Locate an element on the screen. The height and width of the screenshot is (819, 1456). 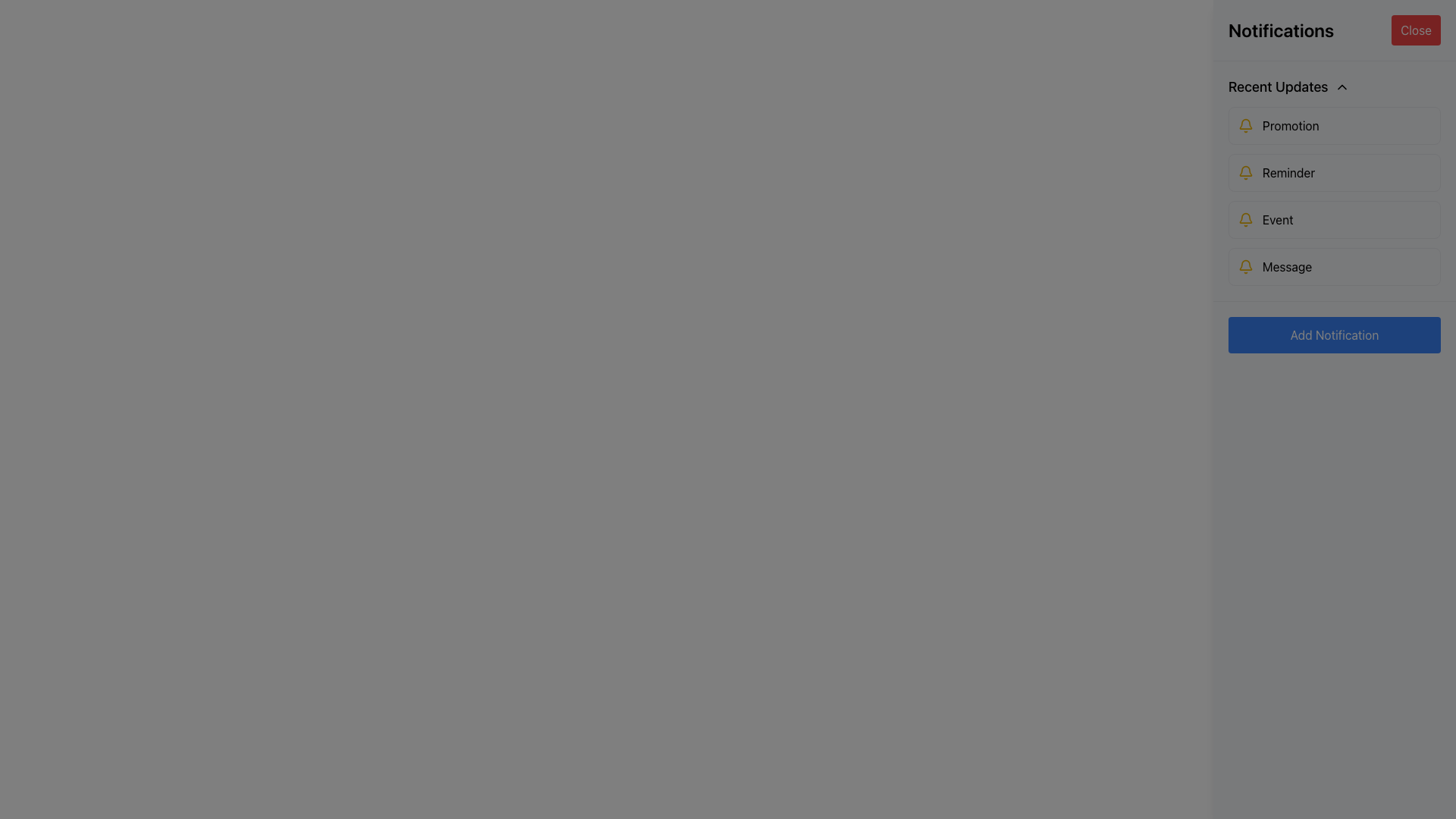
text content of the Text Label positioned below the 'Promotion', 'Reminder', and 'Event' labels in the notification section is located at coordinates (1286, 265).